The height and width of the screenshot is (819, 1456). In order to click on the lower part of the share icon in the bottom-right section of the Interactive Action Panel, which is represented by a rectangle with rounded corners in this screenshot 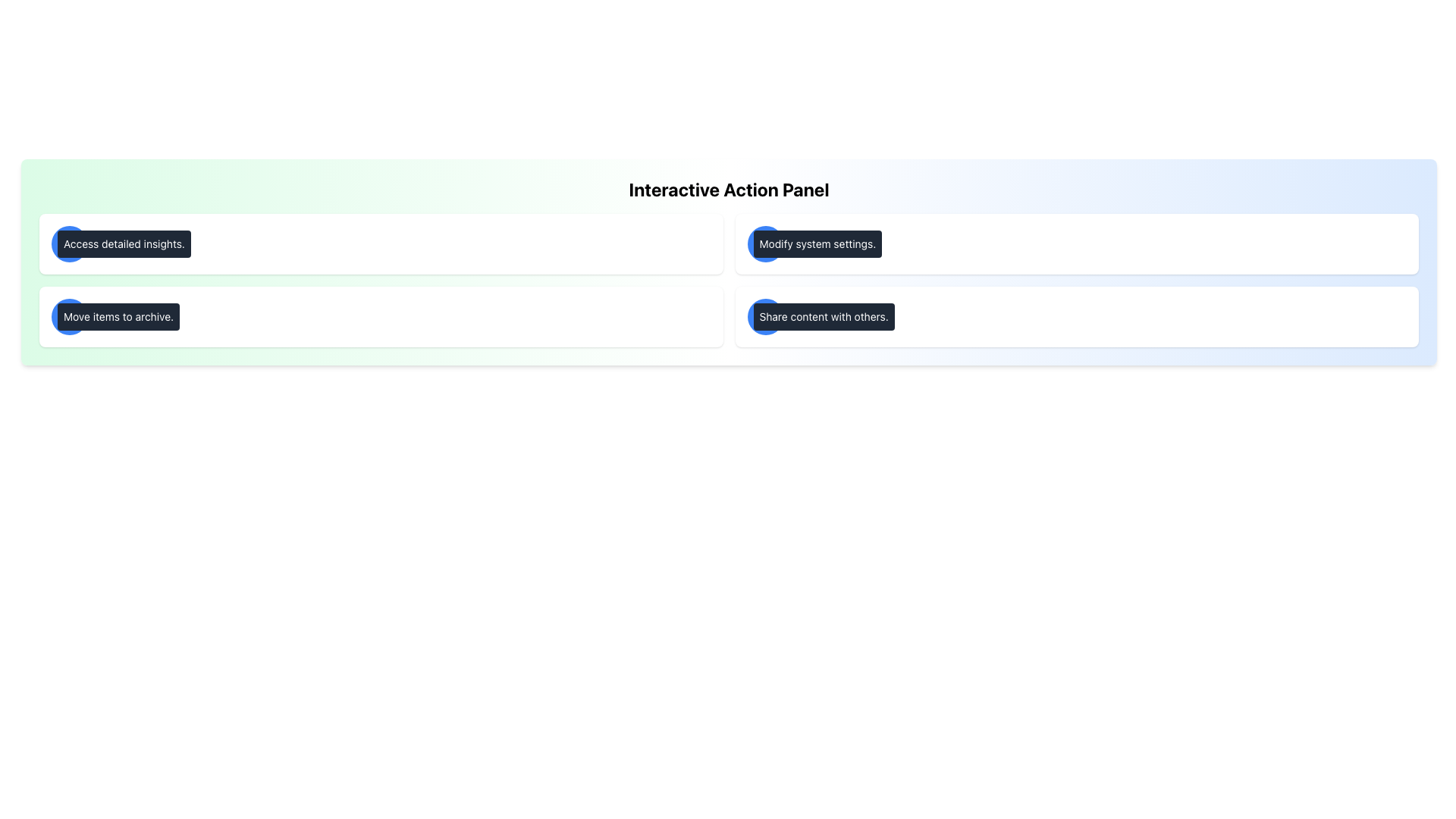, I will do `click(765, 320)`.